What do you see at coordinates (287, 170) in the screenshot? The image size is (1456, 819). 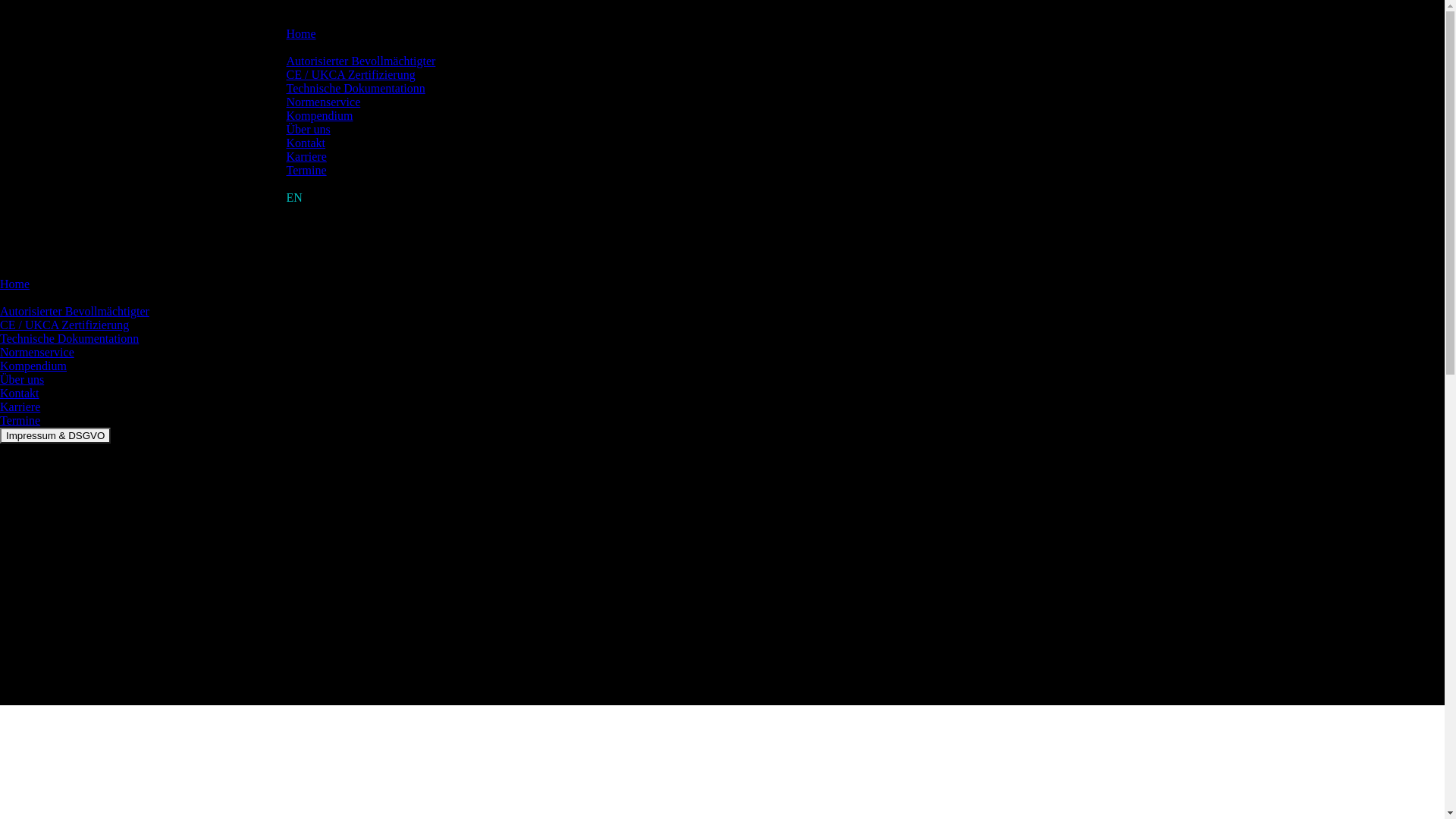 I see `'Termine'` at bounding box center [287, 170].